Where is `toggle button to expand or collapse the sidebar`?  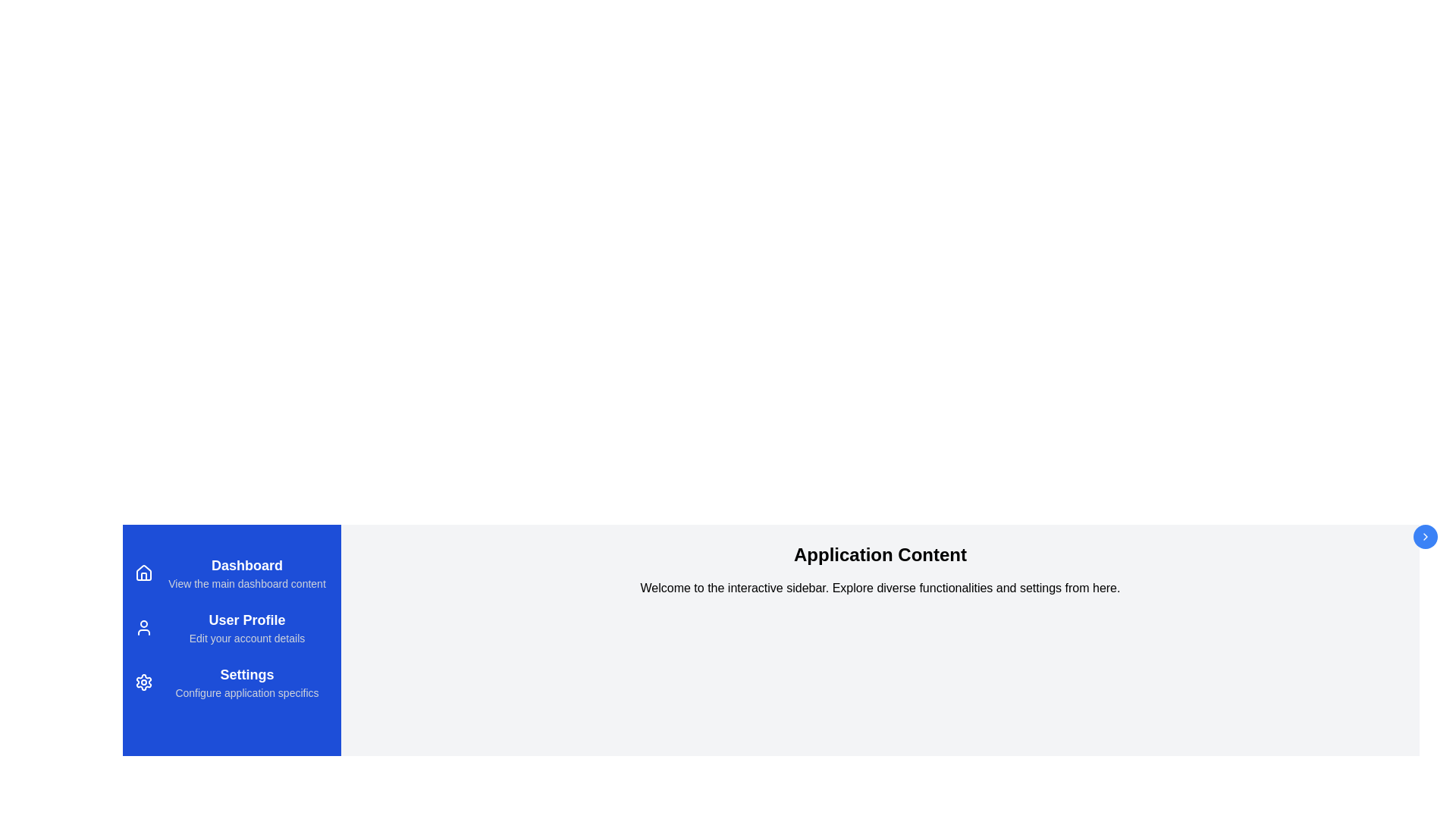 toggle button to expand or collapse the sidebar is located at coordinates (1425, 536).